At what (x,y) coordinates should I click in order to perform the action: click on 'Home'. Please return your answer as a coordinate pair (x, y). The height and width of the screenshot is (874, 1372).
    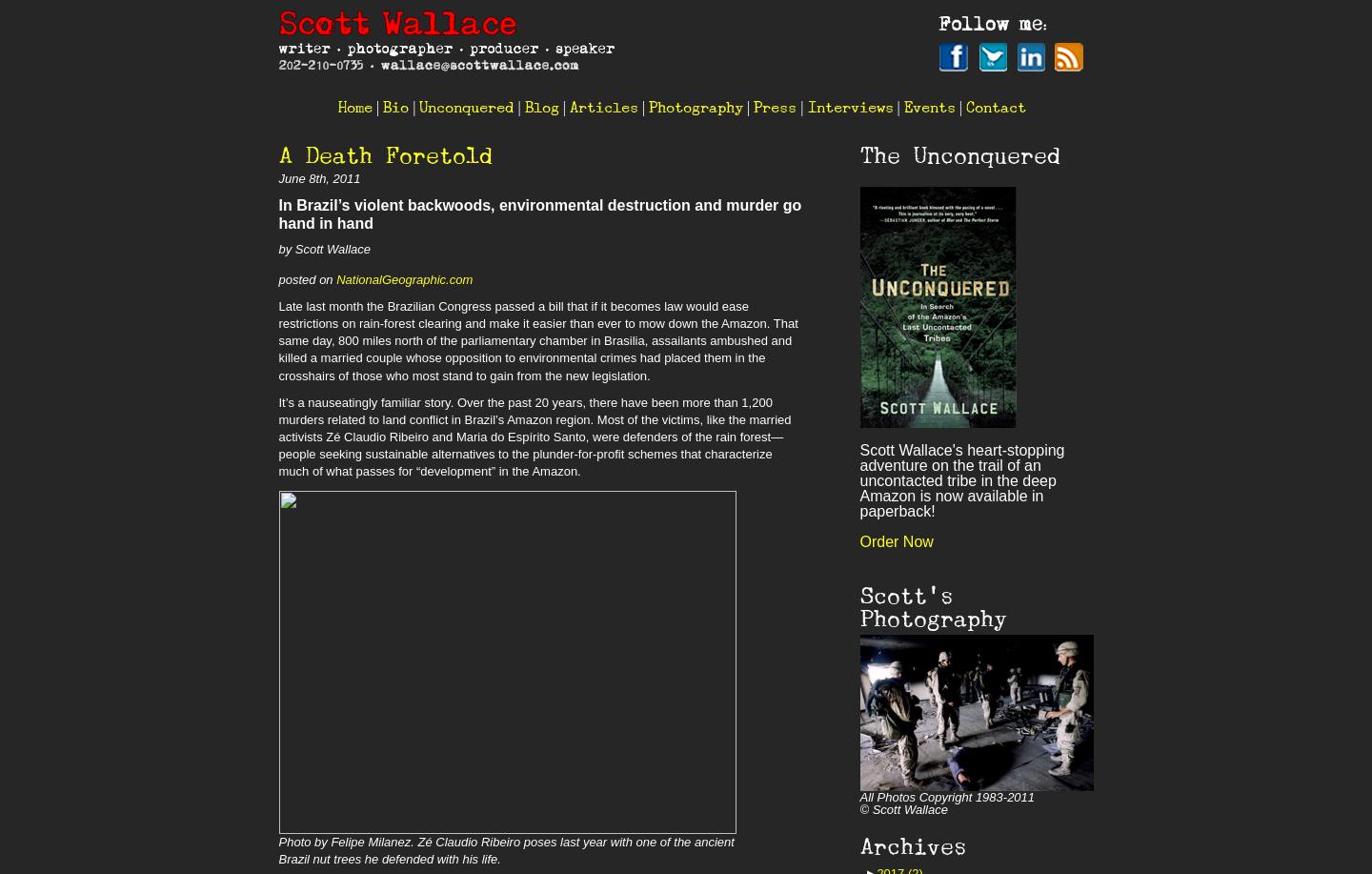
    Looking at the image, I should click on (353, 106).